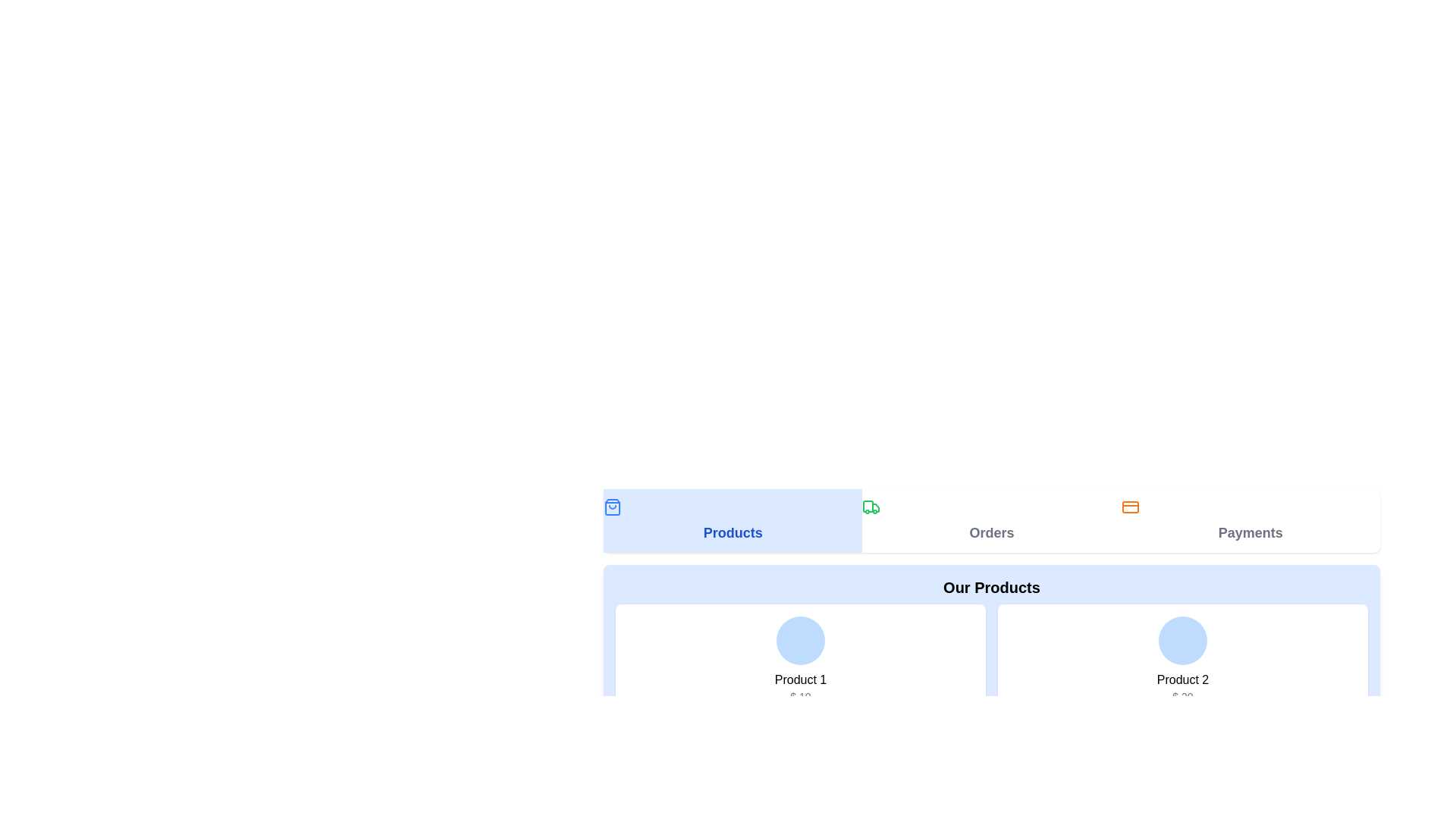  Describe the element at coordinates (612, 507) in the screenshot. I see `the blue bag-shaped icon located in the navigation bar at the top left, which is part of the 'Products' tab` at that location.